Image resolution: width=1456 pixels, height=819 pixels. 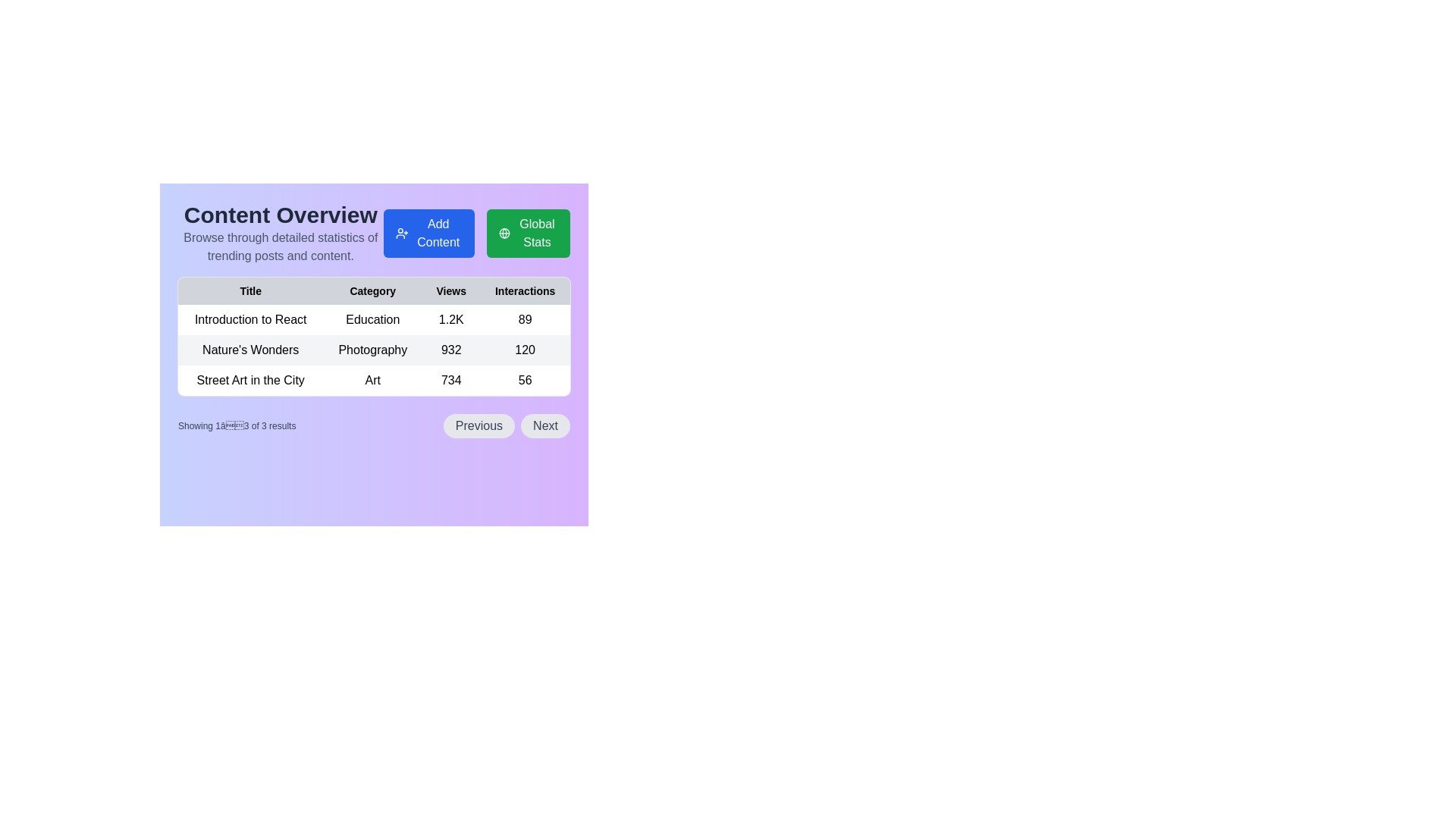 What do you see at coordinates (504, 234) in the screenshot?
I see `details of the globe icon symbolizing 'Global Stats', located to the left of the 'Global Stats' button at the top-right of the interface` at bounding box center [504, 234].